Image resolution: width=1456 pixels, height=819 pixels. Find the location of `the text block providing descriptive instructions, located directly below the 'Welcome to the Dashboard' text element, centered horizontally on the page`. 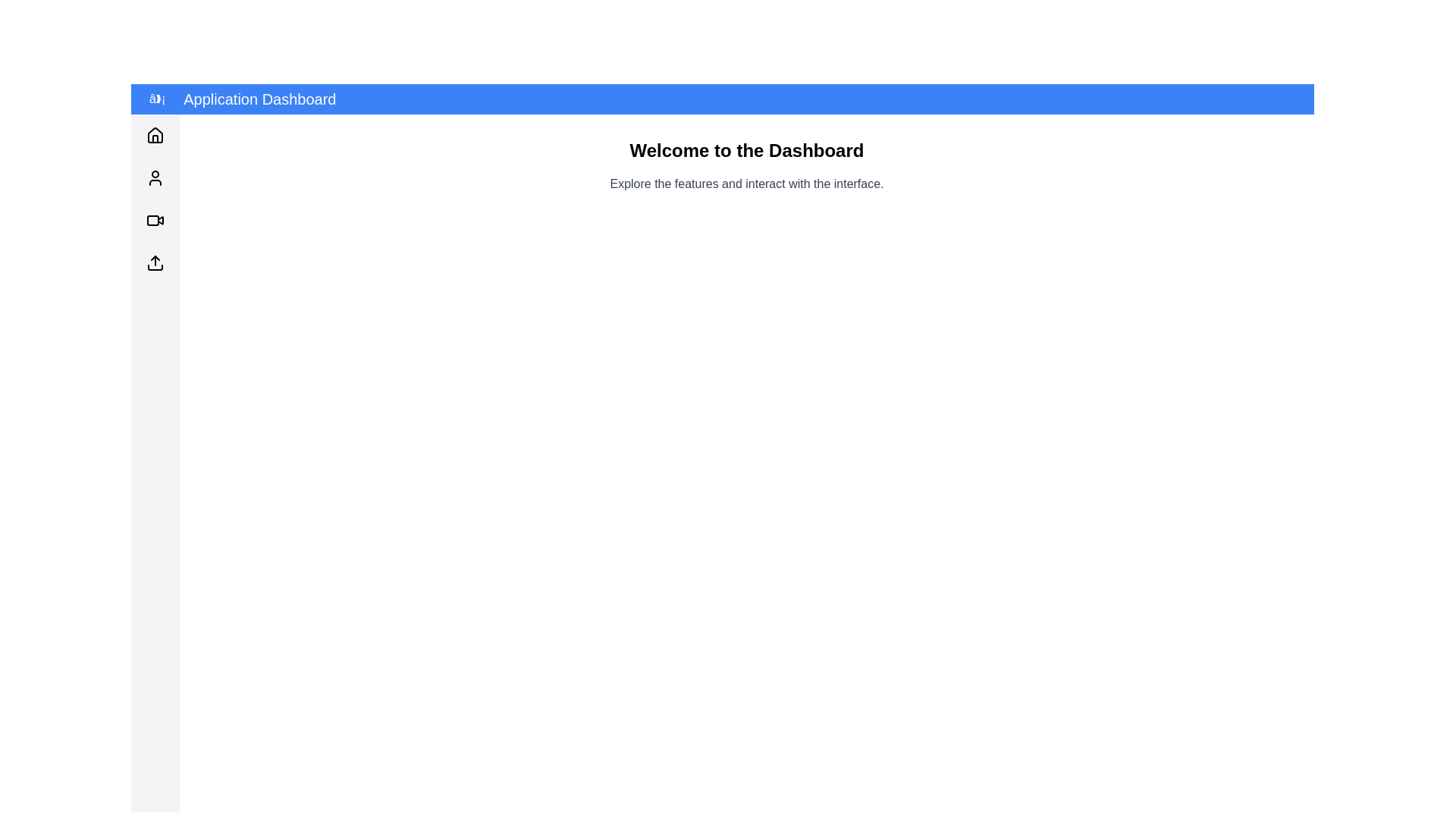

the text block providing descriptive instructions, located directly below the 'Welcome to the Dashboard' text element, centered horizontally on the page is located at coordinates (746, 184).